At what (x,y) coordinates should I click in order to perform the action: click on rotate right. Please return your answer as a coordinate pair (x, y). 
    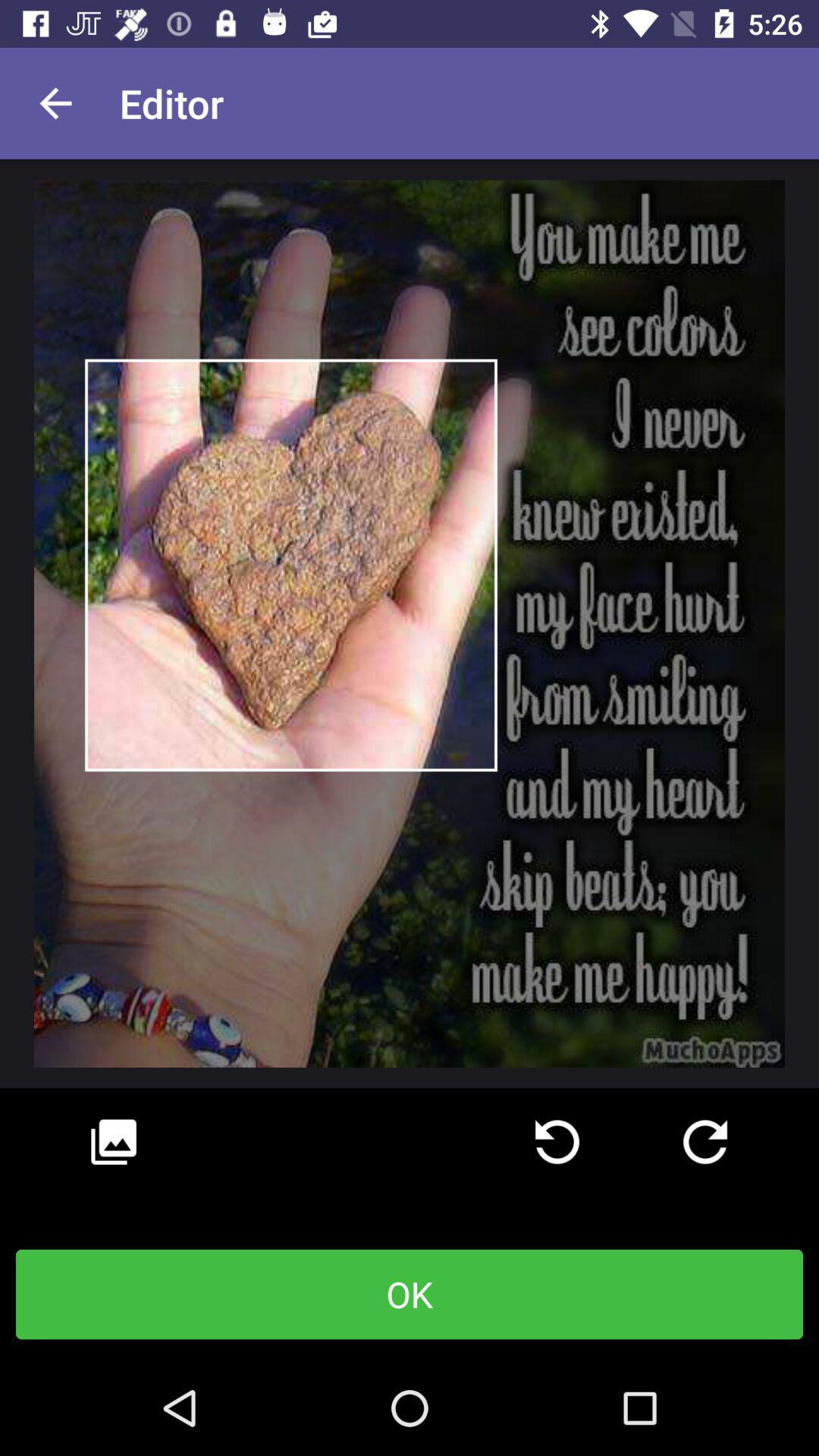
    Looking at the image, I should click on (704, 1142).